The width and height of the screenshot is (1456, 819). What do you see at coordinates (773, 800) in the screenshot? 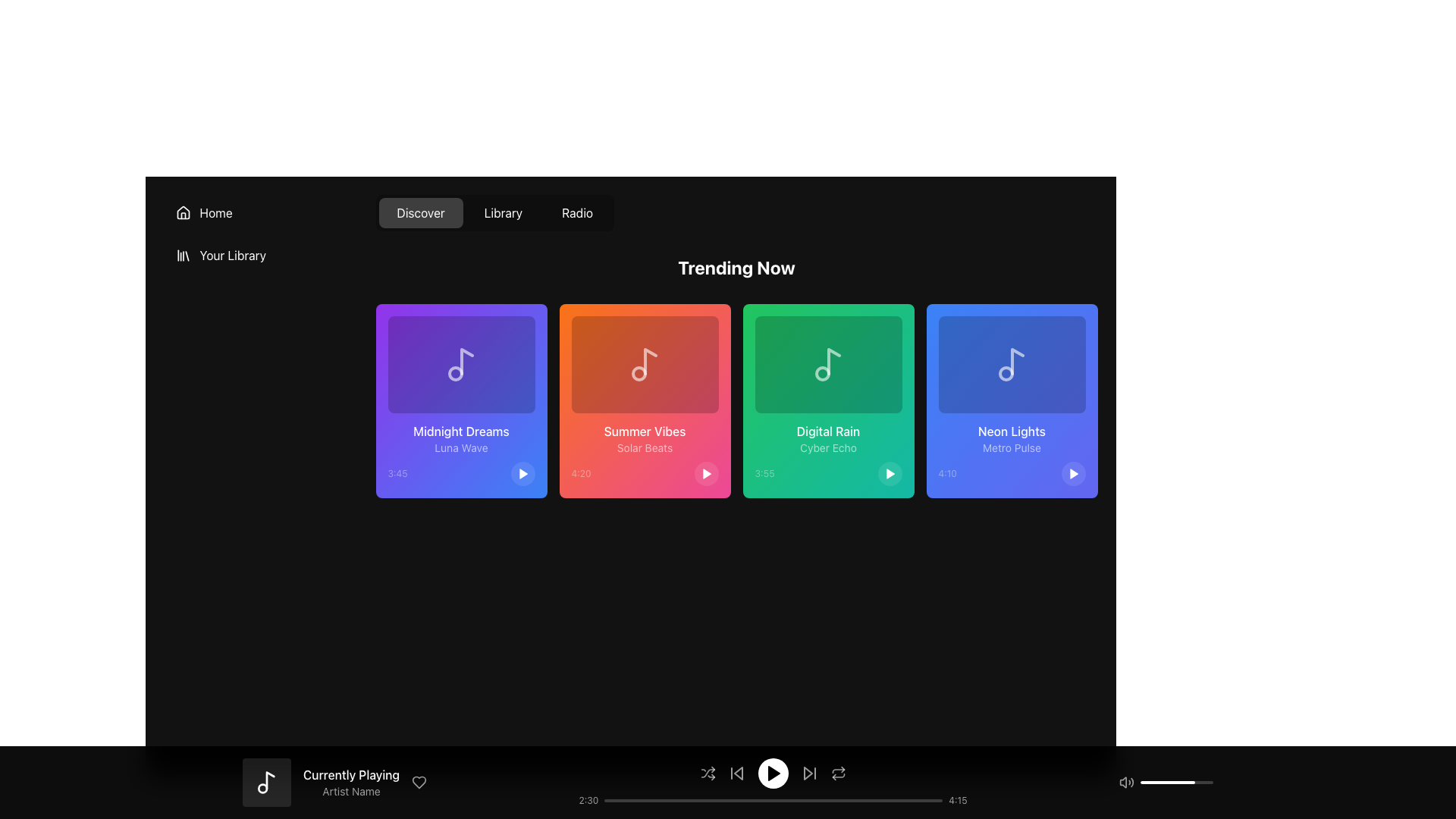
I see `the progress bar located at the bottom center of the interface to seek through the media` at bounding box center [773, 800].